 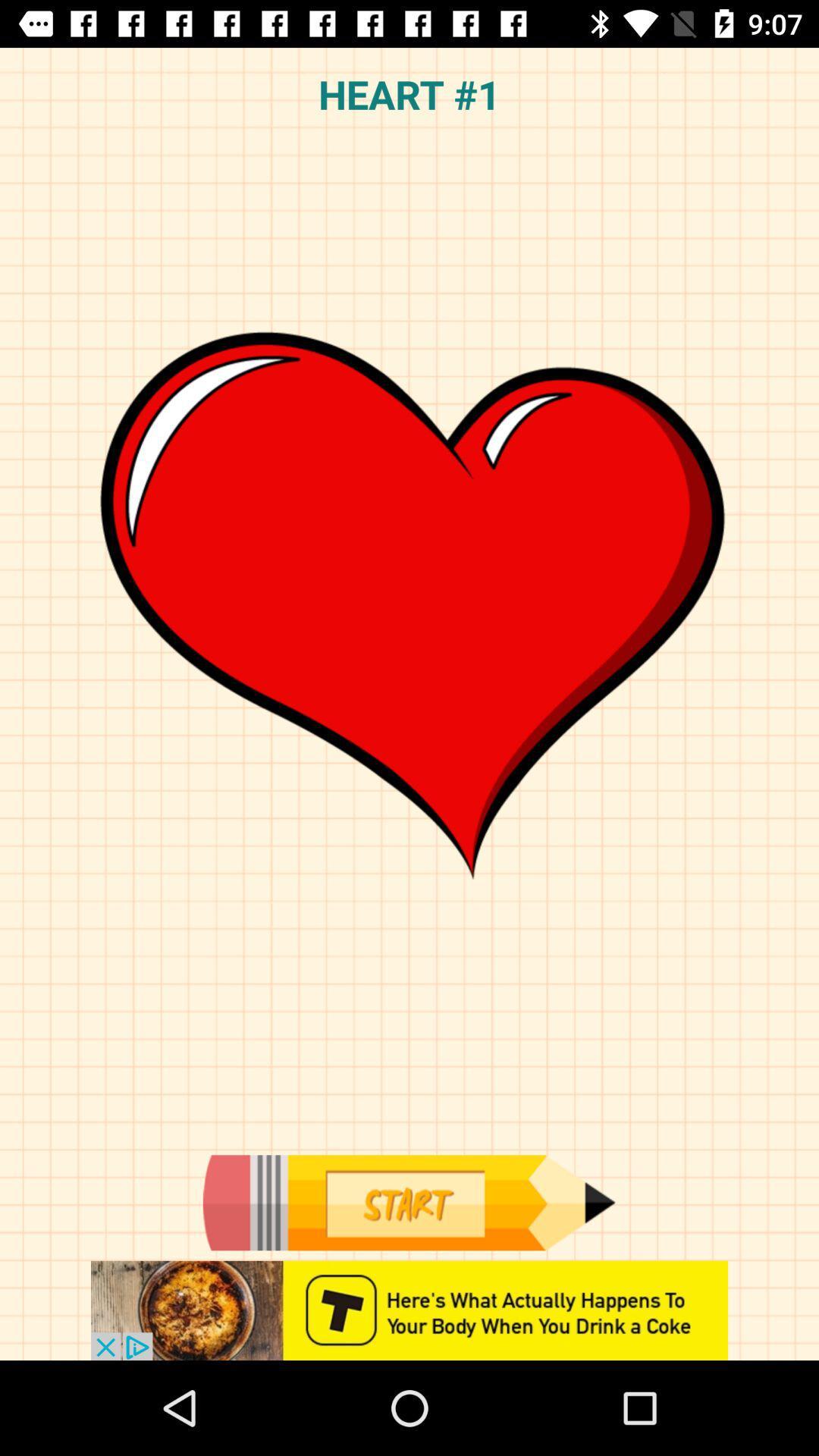 I want to click on start option, so click(x=408, y=1202).